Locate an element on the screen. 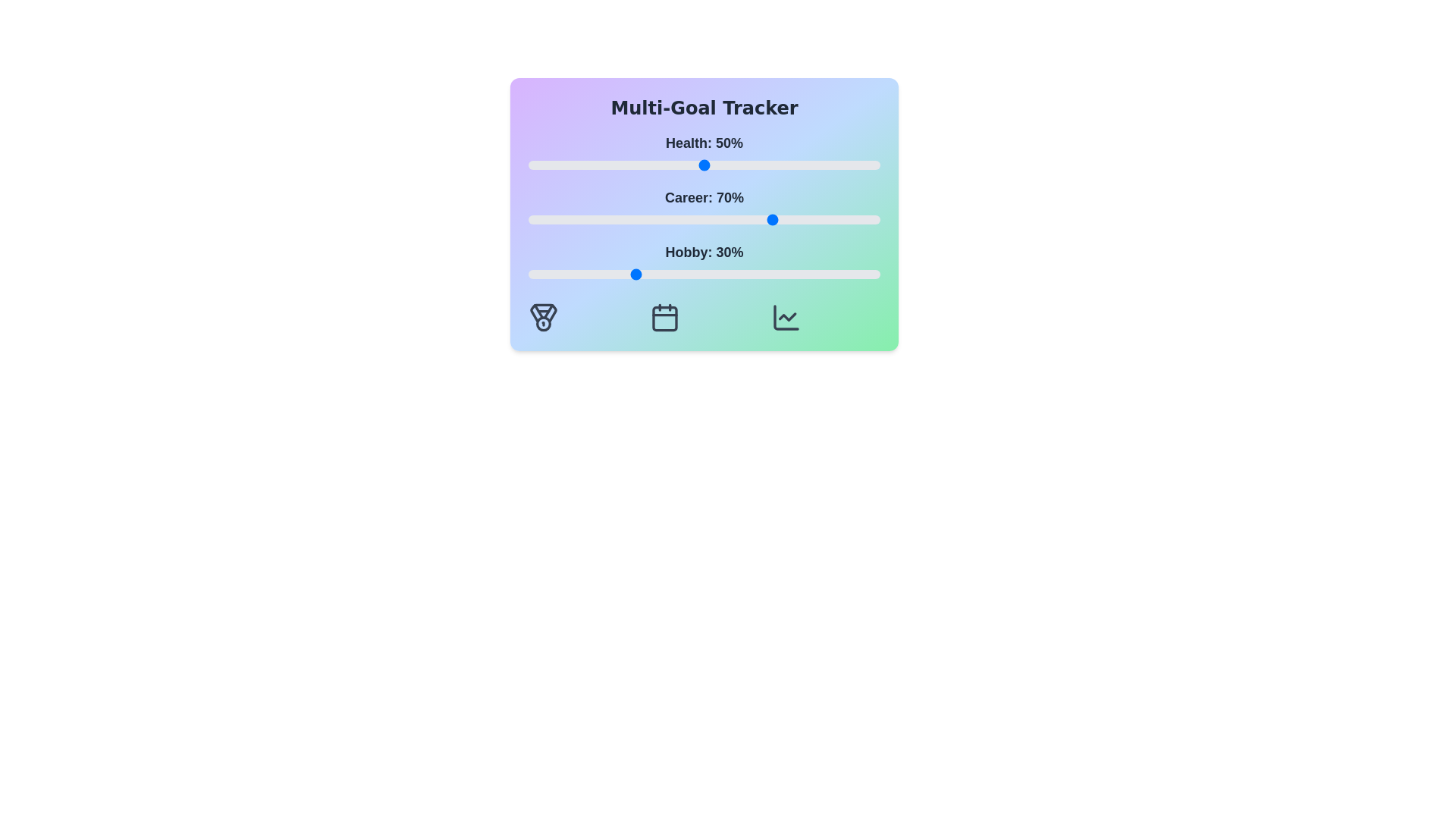  the 'Medal' icon is located at coordinates (543, 317).